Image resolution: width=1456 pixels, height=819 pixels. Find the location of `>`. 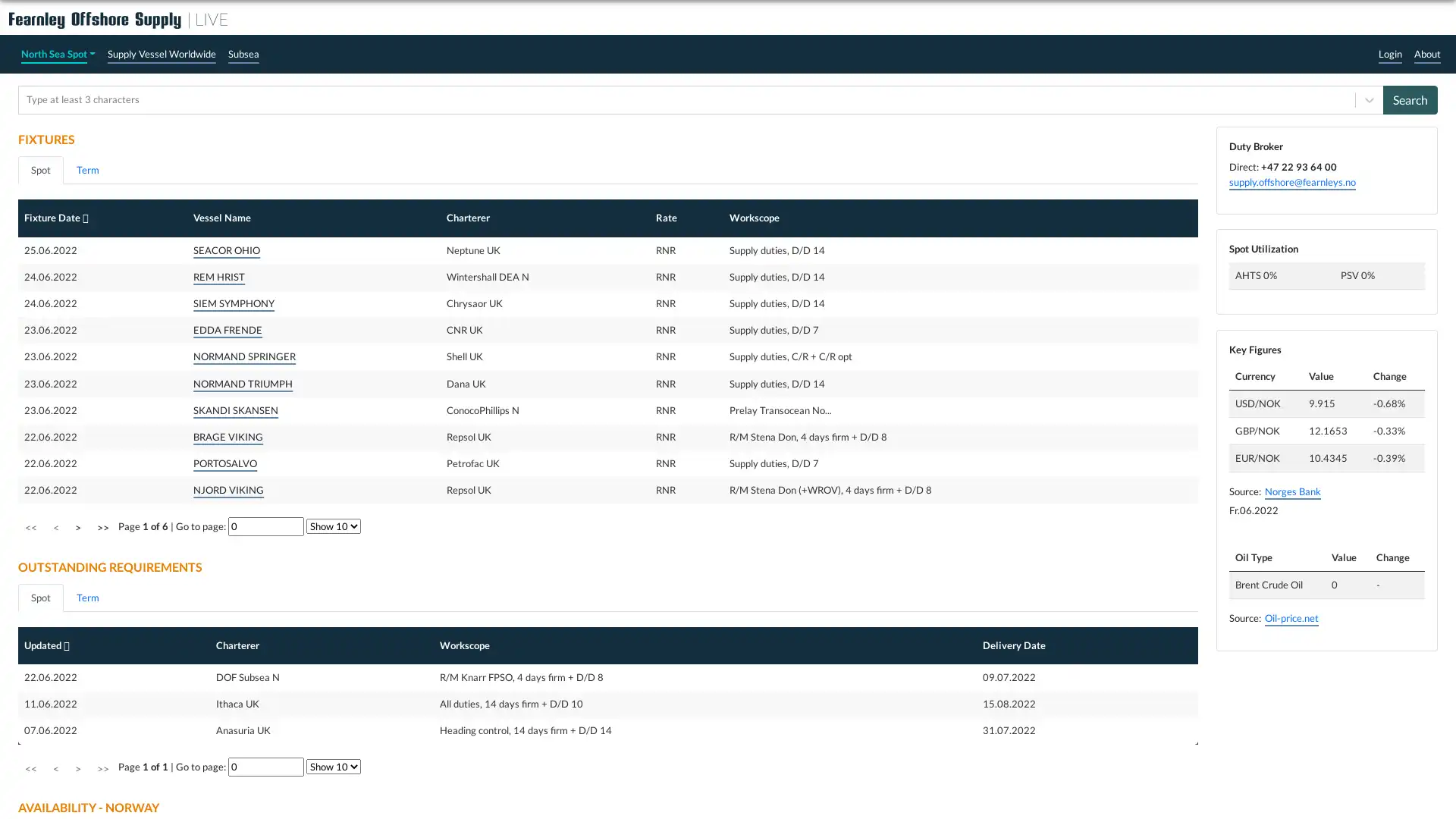

> is located at coordinates (77, 526).